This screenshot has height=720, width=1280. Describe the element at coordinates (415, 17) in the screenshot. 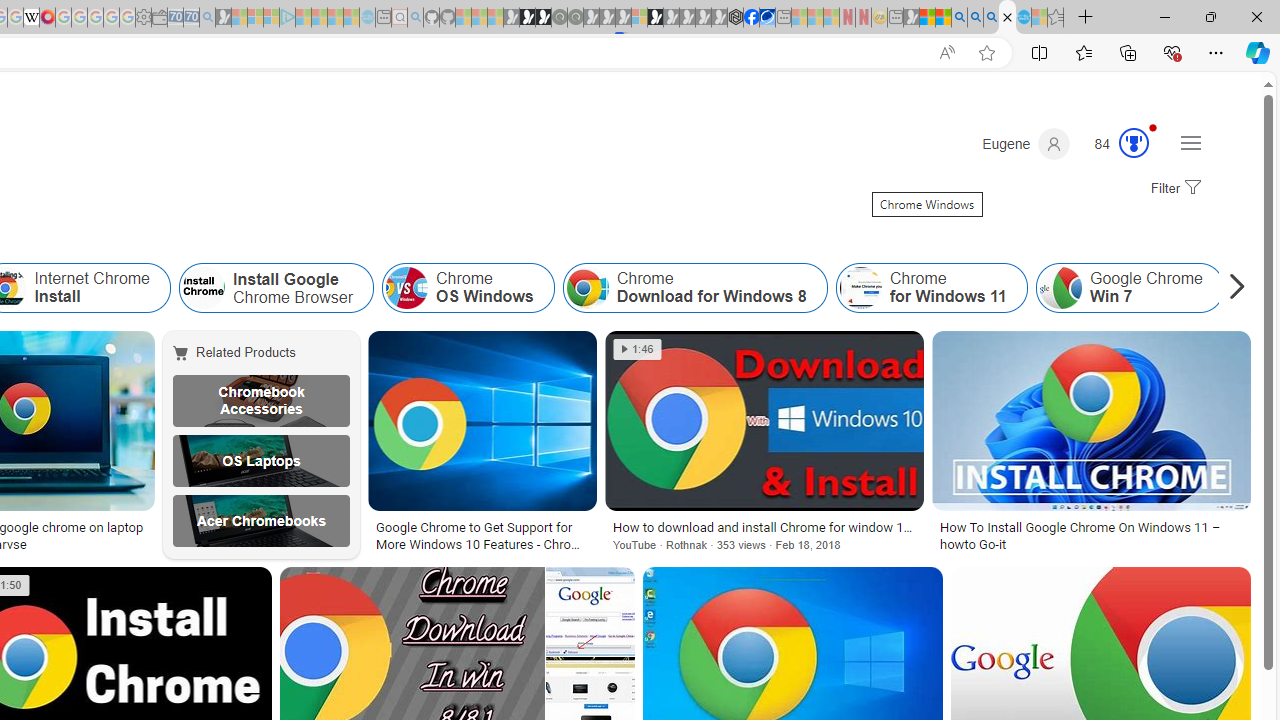

I see `'github - Search - Sleeping'` at that location.